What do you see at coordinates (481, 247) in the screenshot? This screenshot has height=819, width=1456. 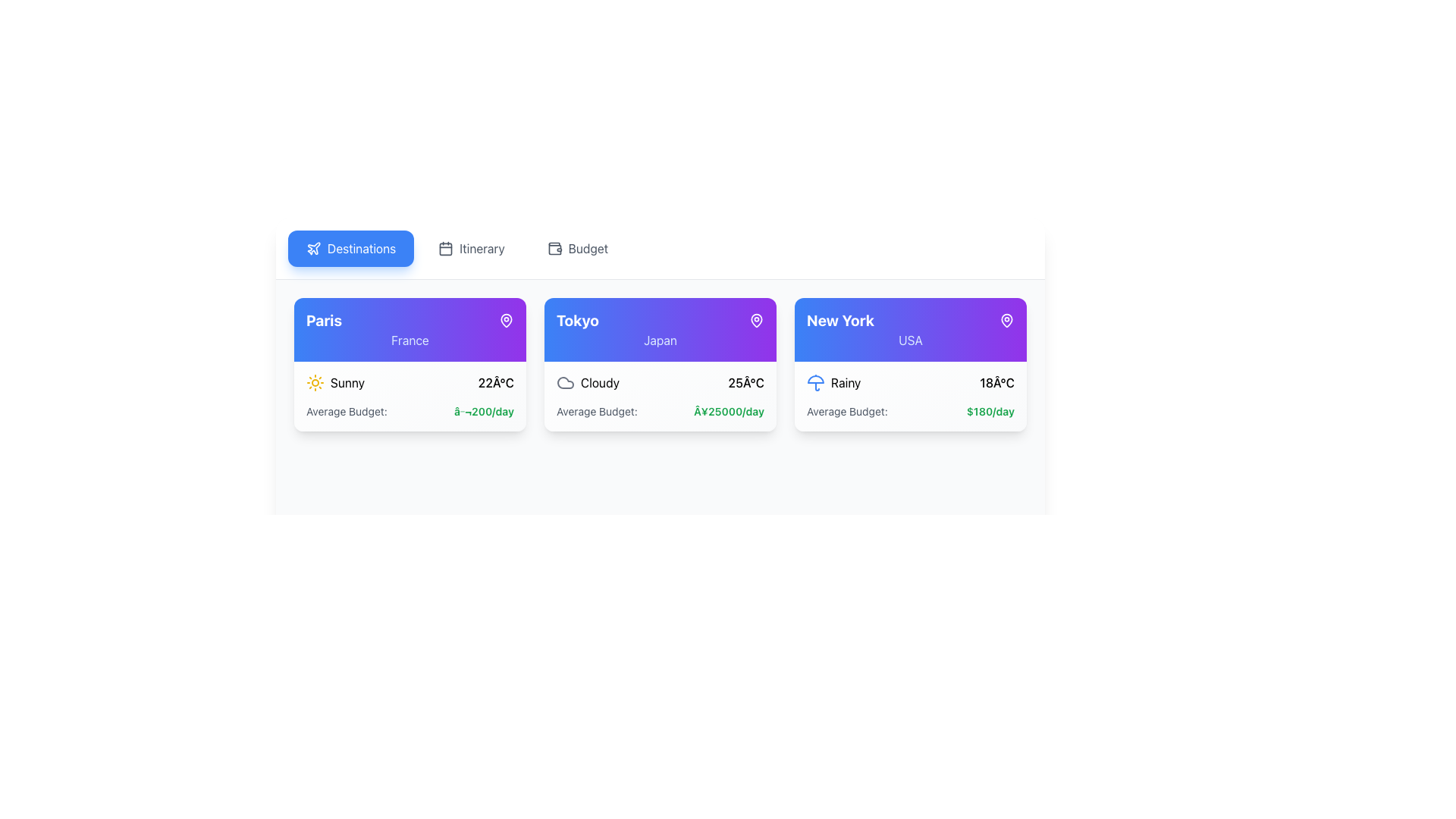 I see `the text label for itineraries located` at bounding box center [481, 247].